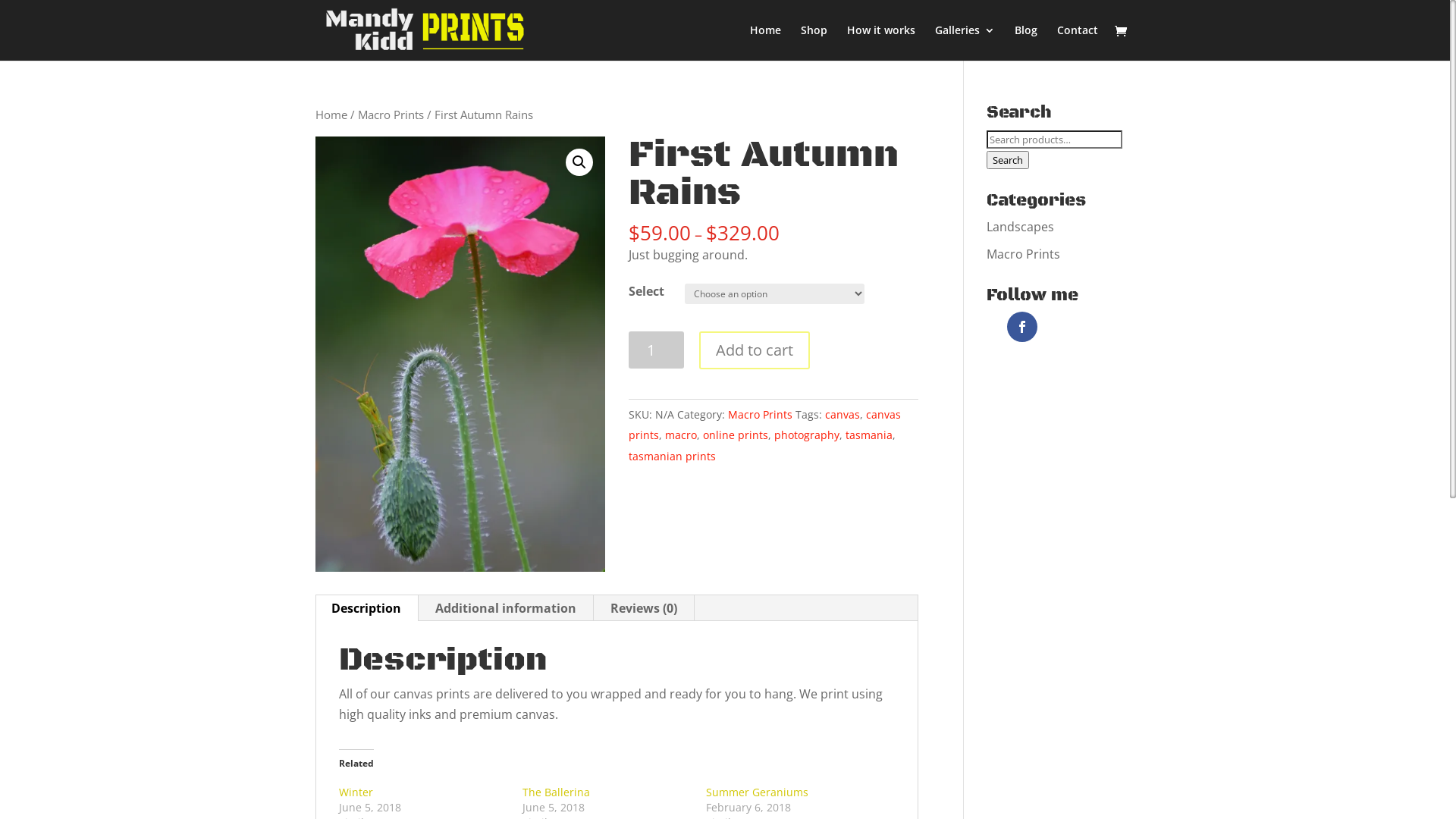  What do you see at coordinates (679, 435) in the screenshot?
I see `'macro'` at bounding box center [679, 435].